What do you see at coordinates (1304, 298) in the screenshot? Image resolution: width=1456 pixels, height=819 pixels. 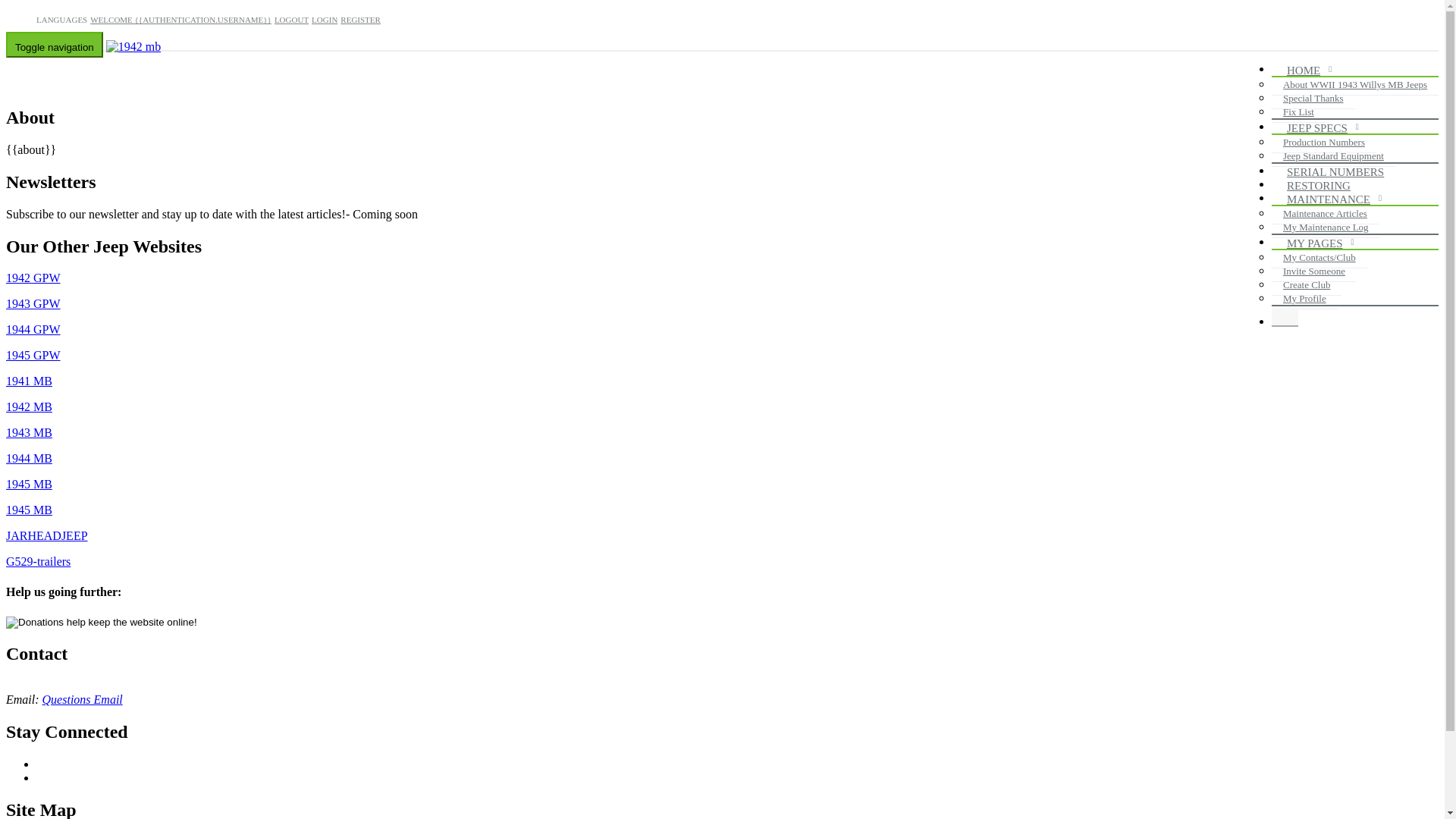 I see `'My Profile'` at bounding box center [1304, 298].